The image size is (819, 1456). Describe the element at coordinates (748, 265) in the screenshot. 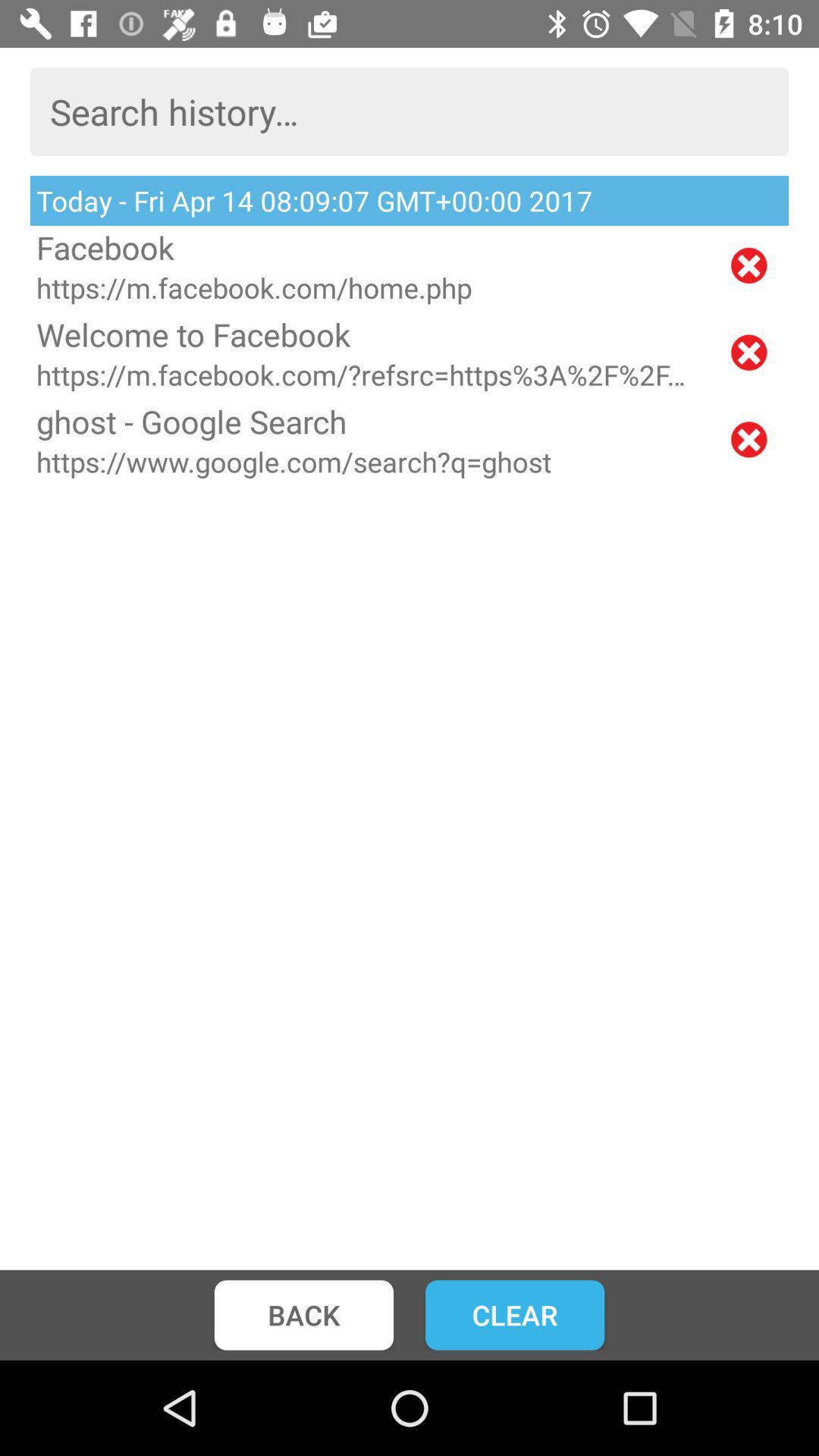

I see `delete history website` at that location.